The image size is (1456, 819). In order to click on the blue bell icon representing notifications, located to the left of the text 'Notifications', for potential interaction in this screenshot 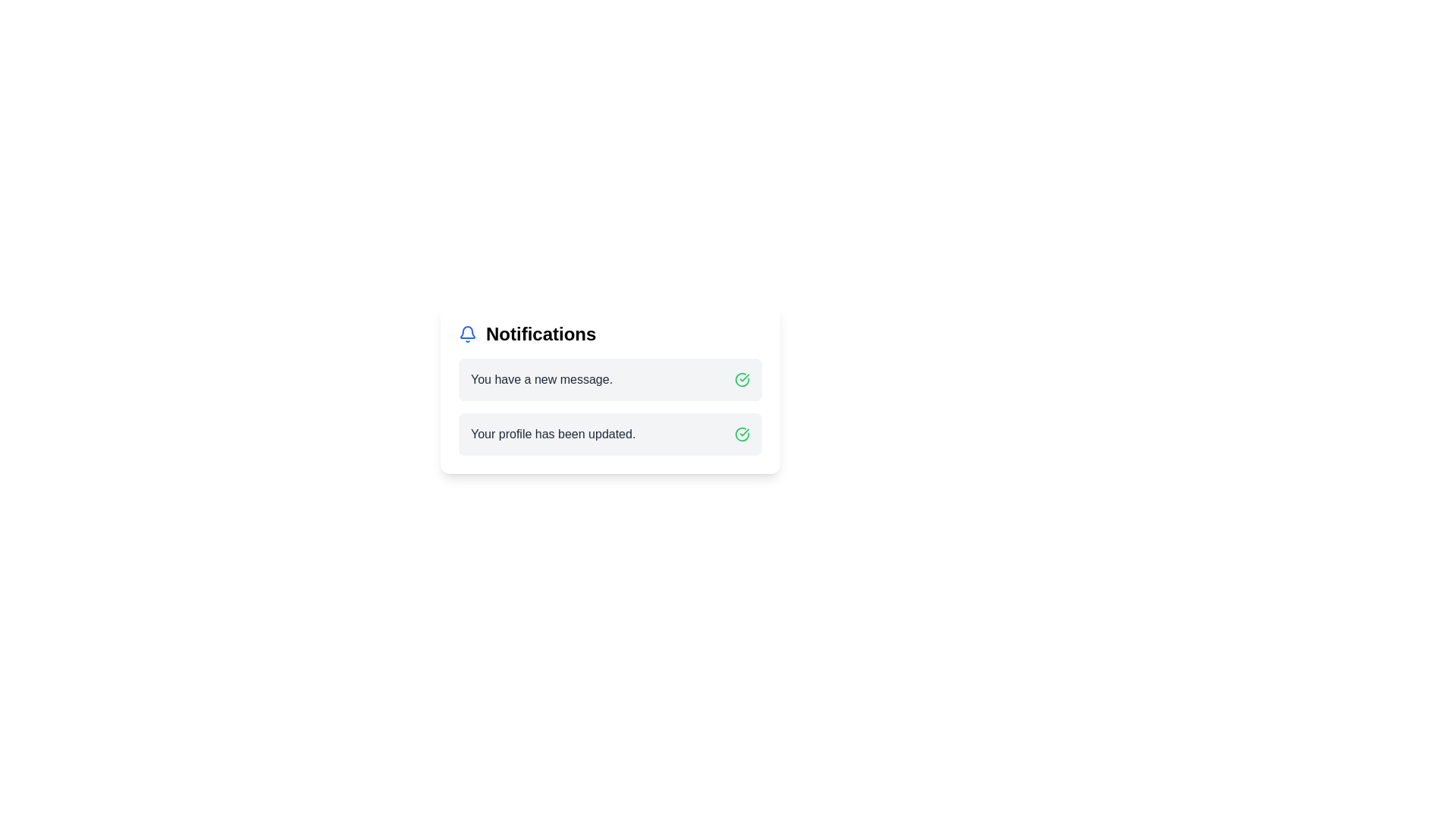, I will do `click(467, 333)`.